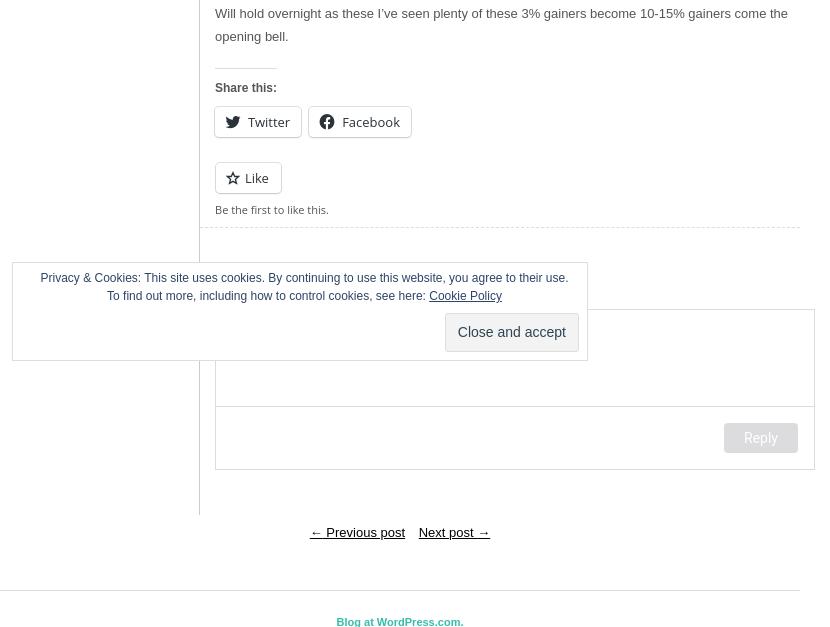 Image resolution: width=830 pixels, height=627 pixels. What do you see at coordinates (363, 531) in the screenshot?
I see `'Previous post'` at bounding box center [363, 531].